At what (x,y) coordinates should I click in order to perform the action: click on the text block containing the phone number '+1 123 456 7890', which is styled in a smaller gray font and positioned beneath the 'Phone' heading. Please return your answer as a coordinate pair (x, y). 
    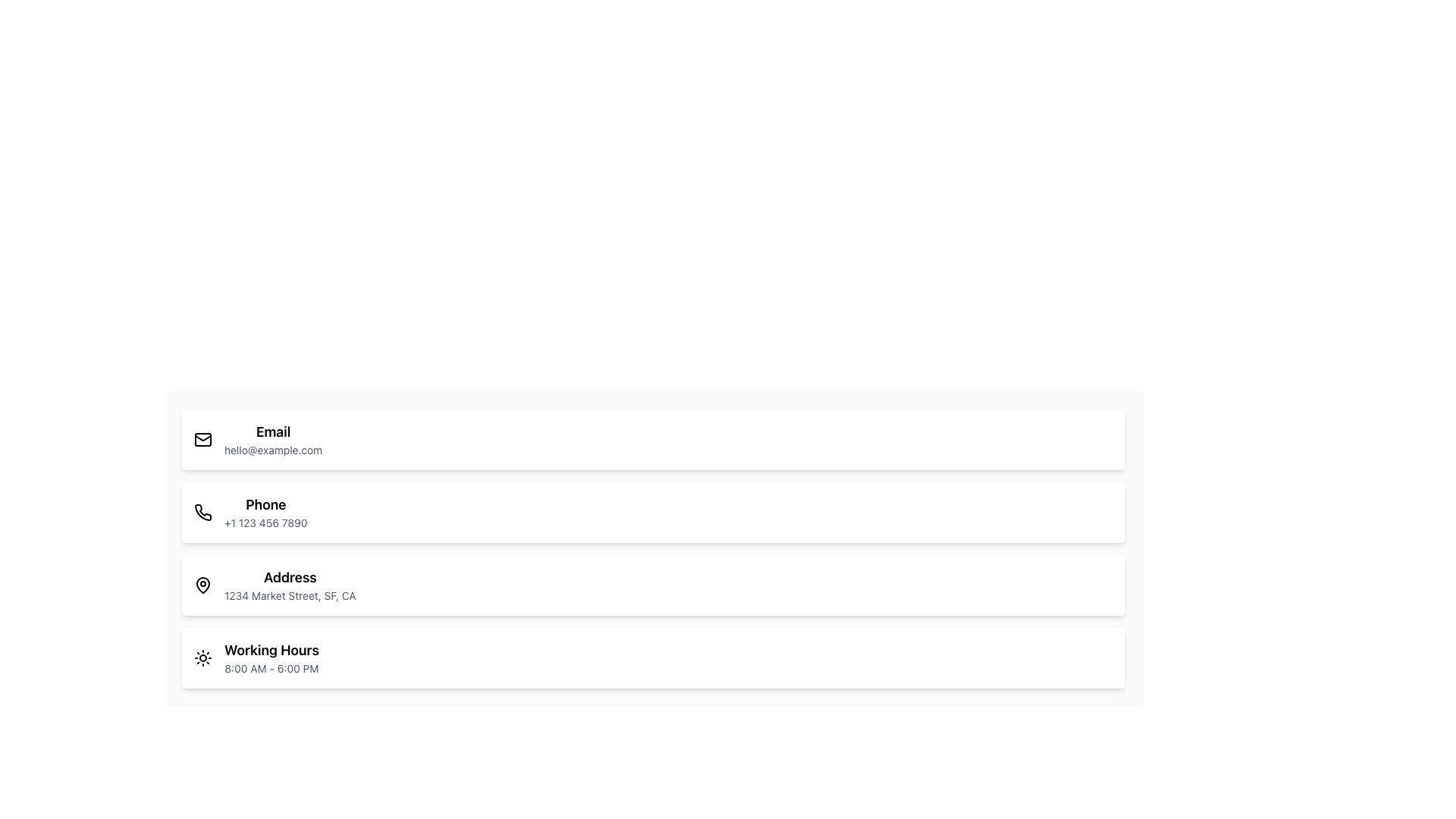
    Looking at the image, I should click on (265, 522).